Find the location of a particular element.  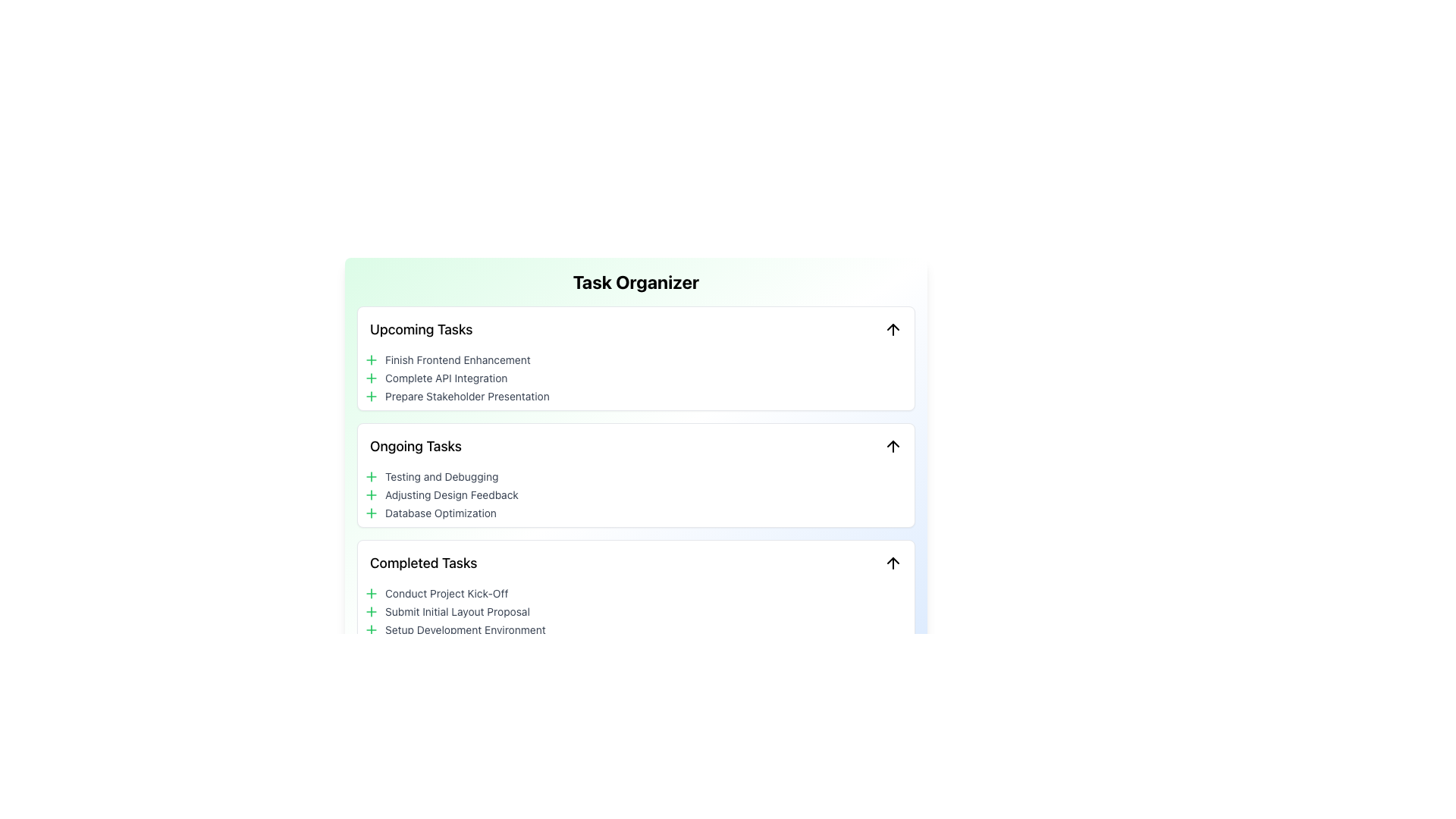

the upward direction icon located at the top-right corner of the 'Upcoming Tasks' header section is located at coordinates (893, 329).